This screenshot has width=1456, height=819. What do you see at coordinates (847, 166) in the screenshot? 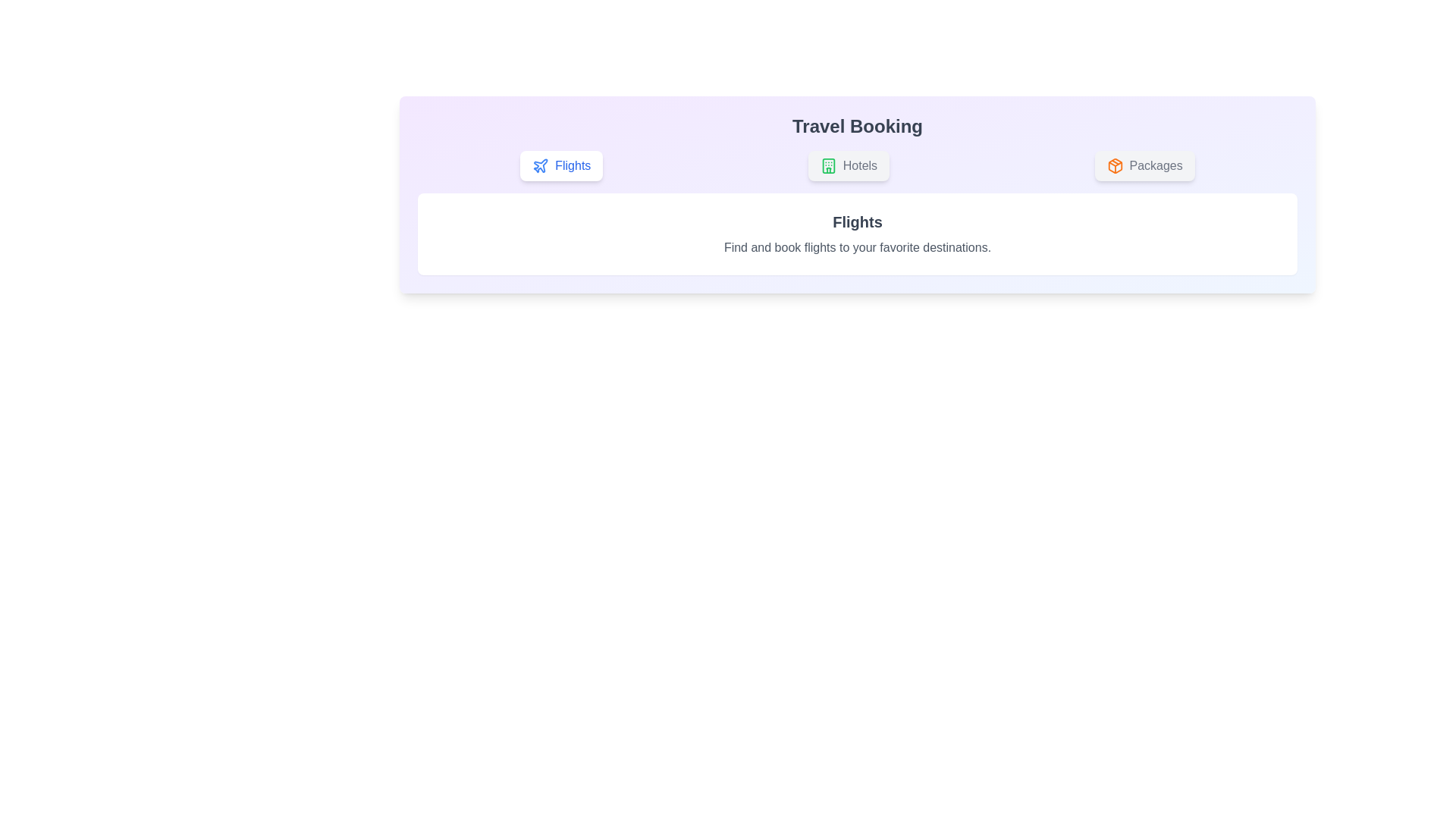
I see `the Hotels tab by clicking on its button` at bounding box center [847, 166].